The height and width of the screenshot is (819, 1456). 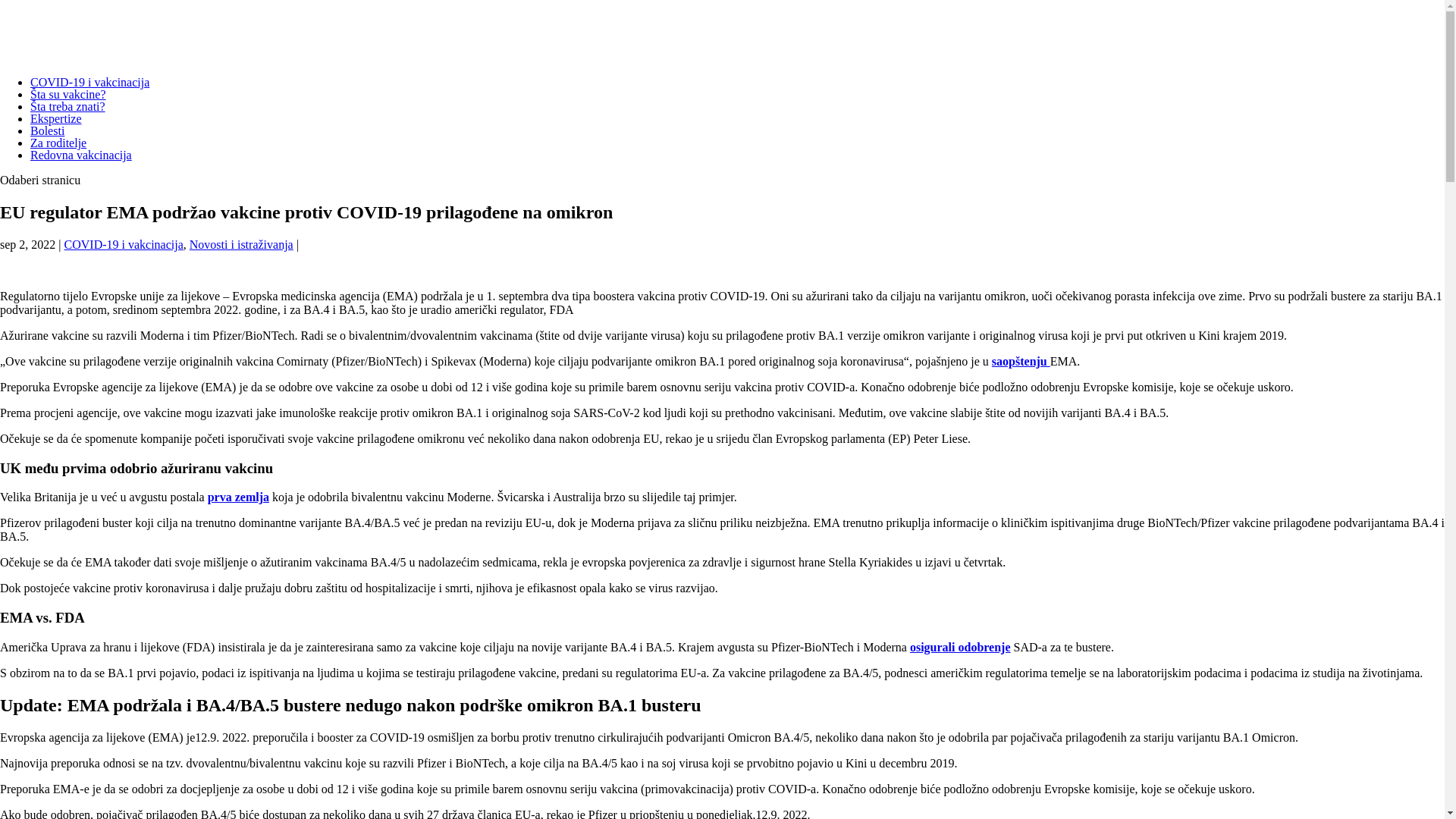 What do you see at coordinates (58, 143) in the screenshot?
I see `'Za roditelje'` at bounding box center [58, 143].